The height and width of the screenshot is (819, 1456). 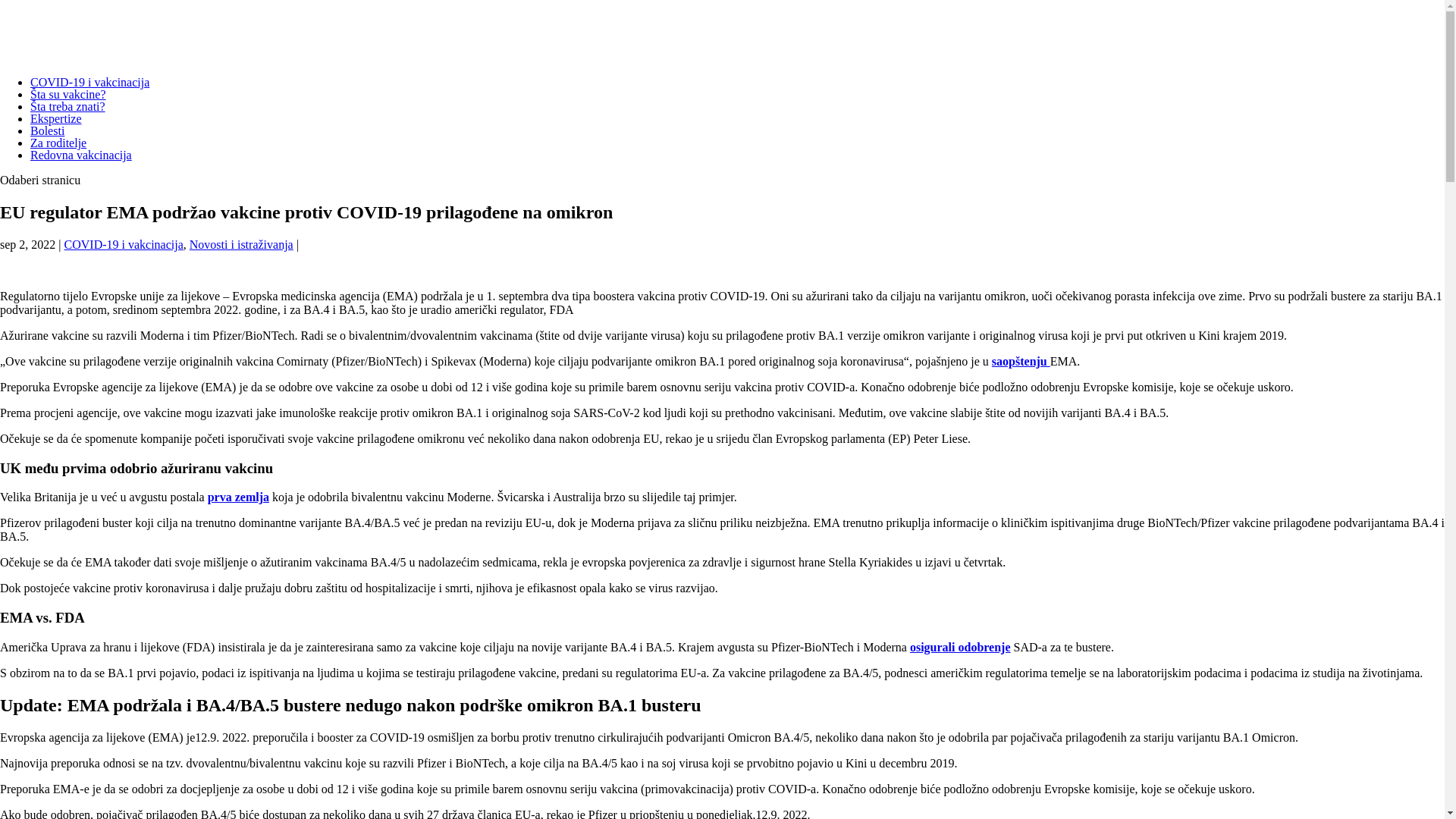 What do you see at coordinates (58, 143) in the screenshot?
I see `'Za roditelje'` at bounding box center [58, 143].